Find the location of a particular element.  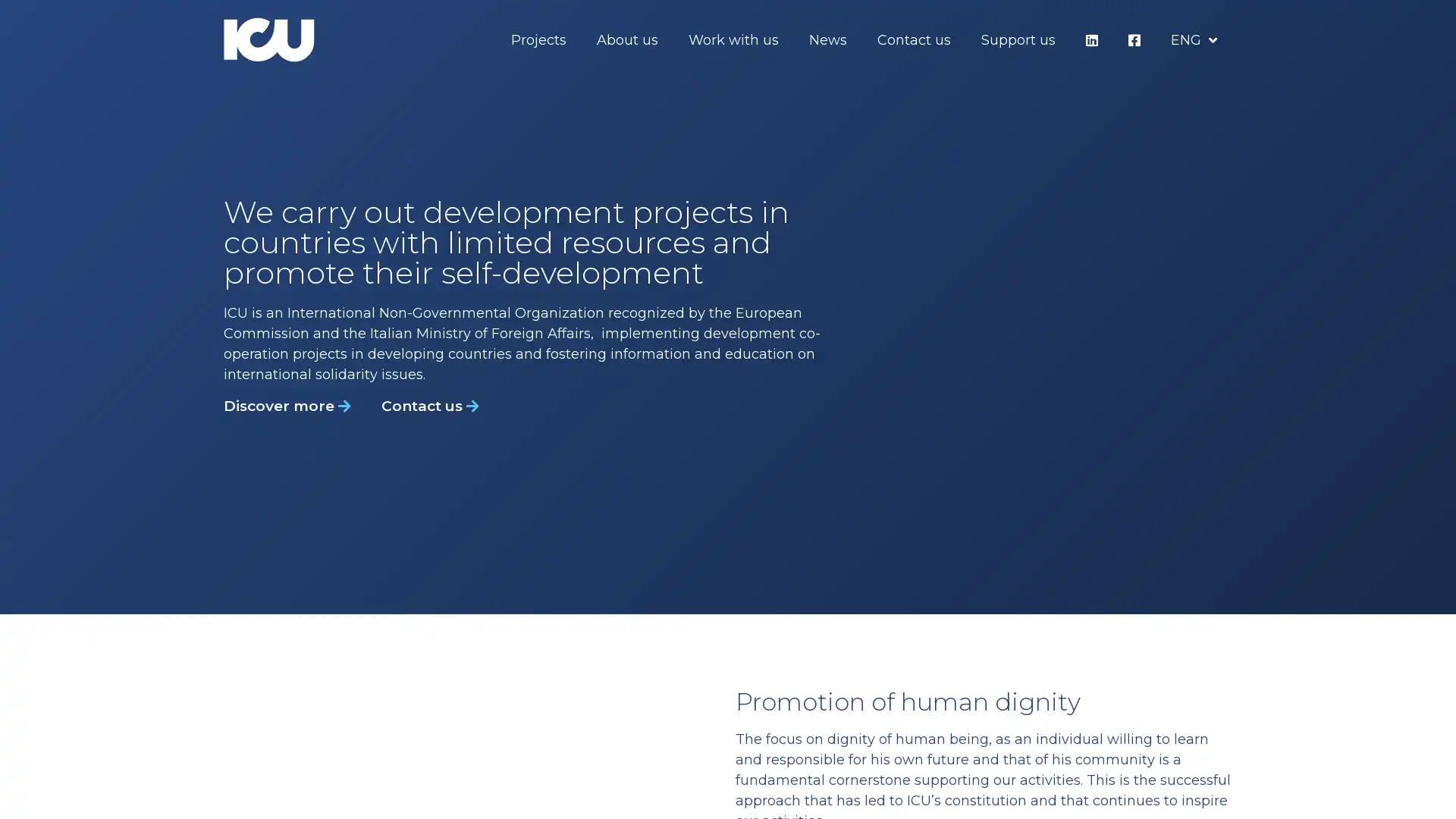

Contact us is located at coordinates (429, 405).